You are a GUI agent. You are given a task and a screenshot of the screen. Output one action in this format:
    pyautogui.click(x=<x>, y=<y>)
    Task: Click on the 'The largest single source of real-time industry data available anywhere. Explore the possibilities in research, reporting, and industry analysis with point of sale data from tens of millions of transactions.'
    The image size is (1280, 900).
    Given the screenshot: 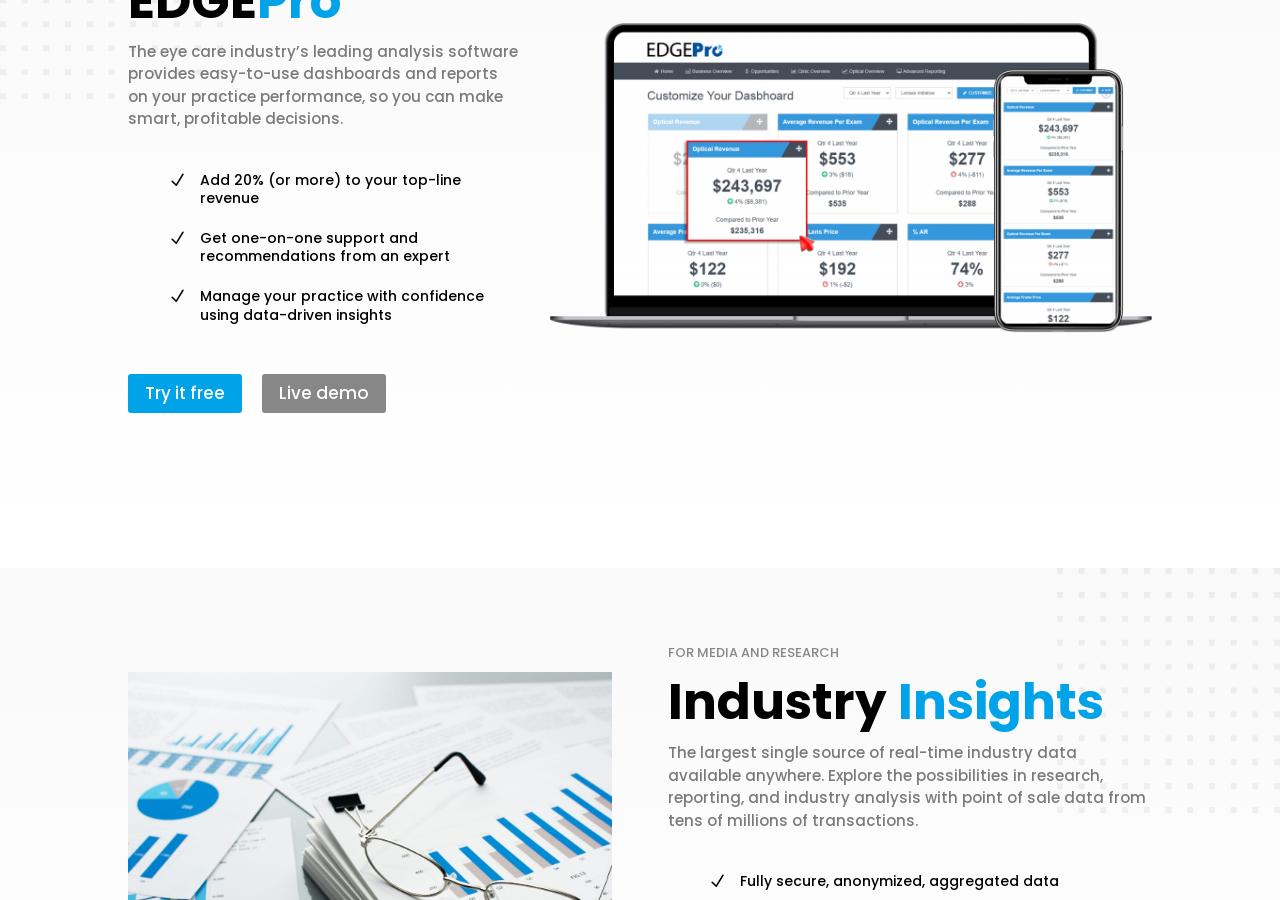 What is the action you would take?
    pyautogui.click(x=906, y=784)
    